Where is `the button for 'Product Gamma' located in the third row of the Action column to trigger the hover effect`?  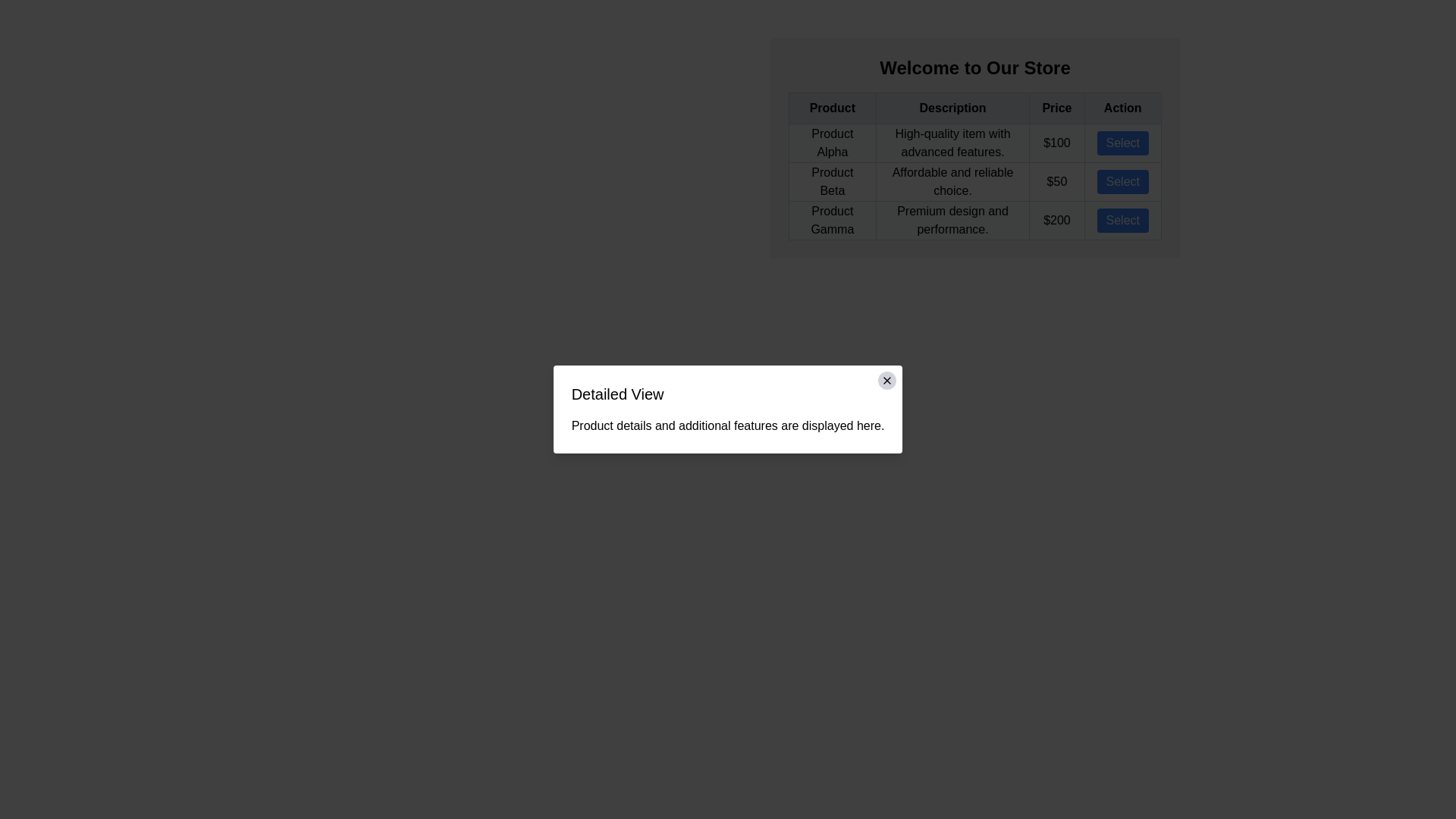 the button for 'Product Gamma' located in the third row of the Action column to trigger the hover effect is located at coordinates (1122, 220).